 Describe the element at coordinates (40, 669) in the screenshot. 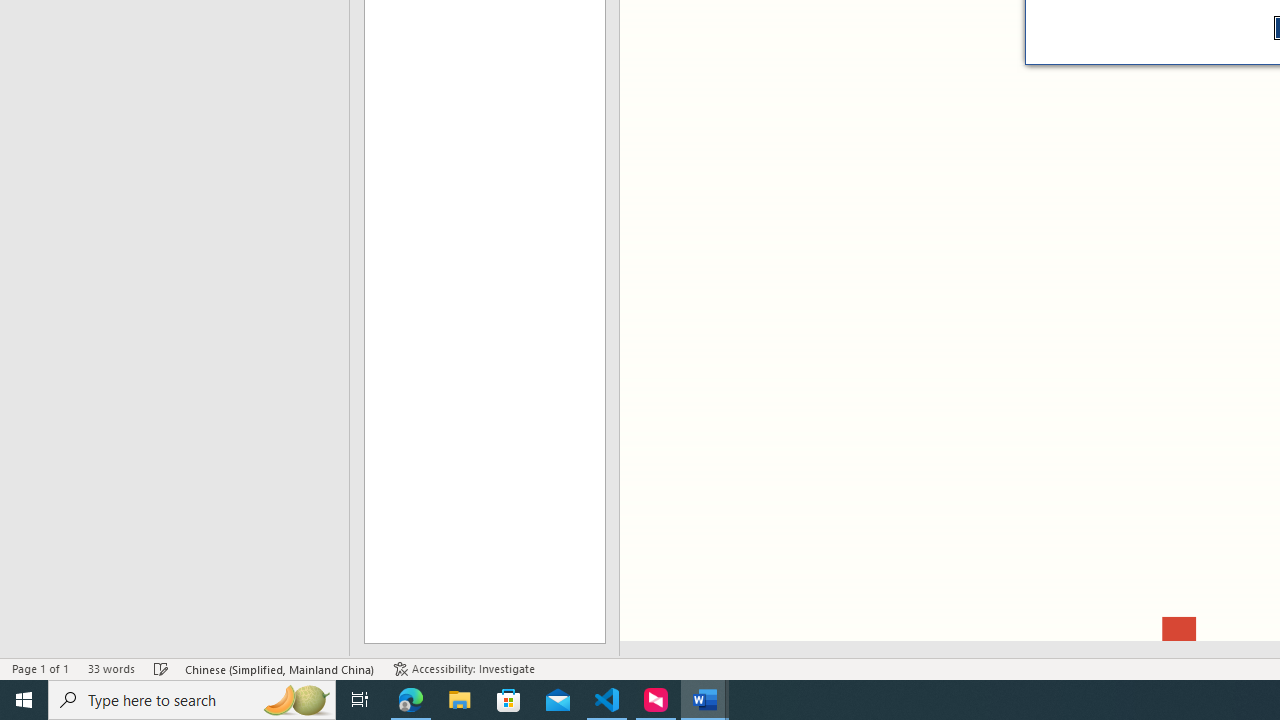

I see `'Page Number Page 1 of 1'` at that location.